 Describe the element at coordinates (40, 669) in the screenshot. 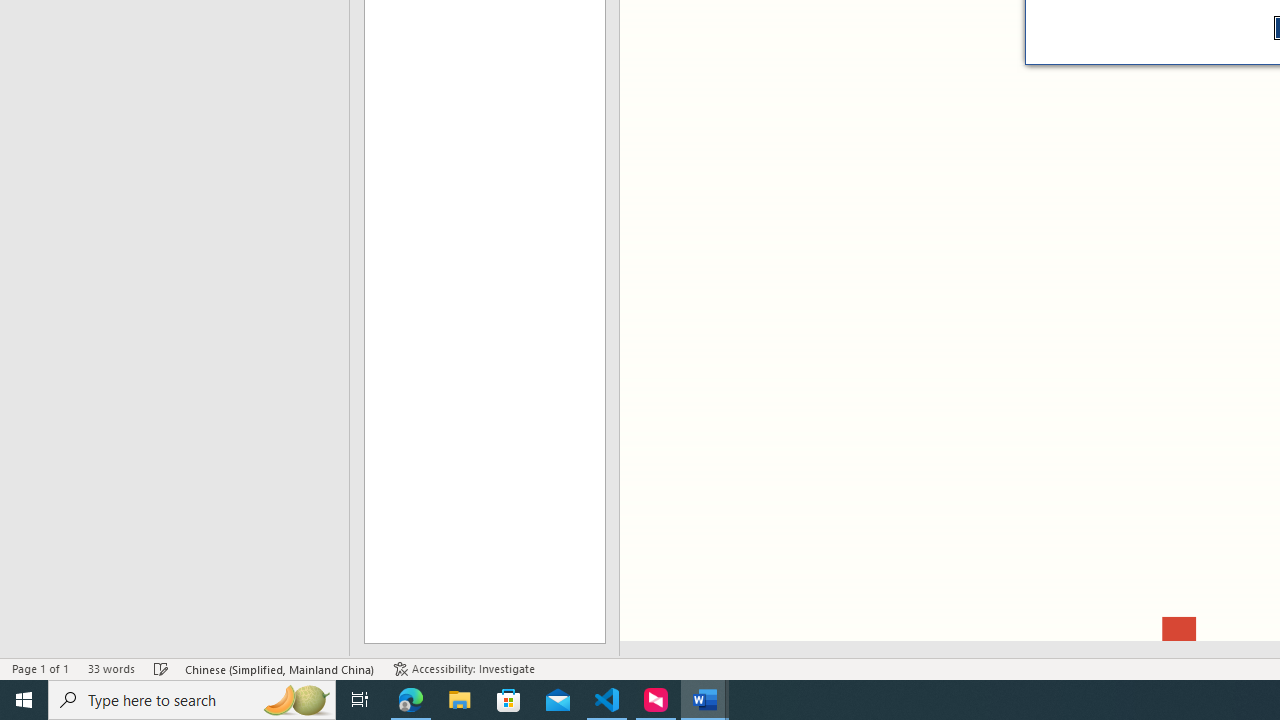

I see `'Page Number Page 1 of 1'` at that location.